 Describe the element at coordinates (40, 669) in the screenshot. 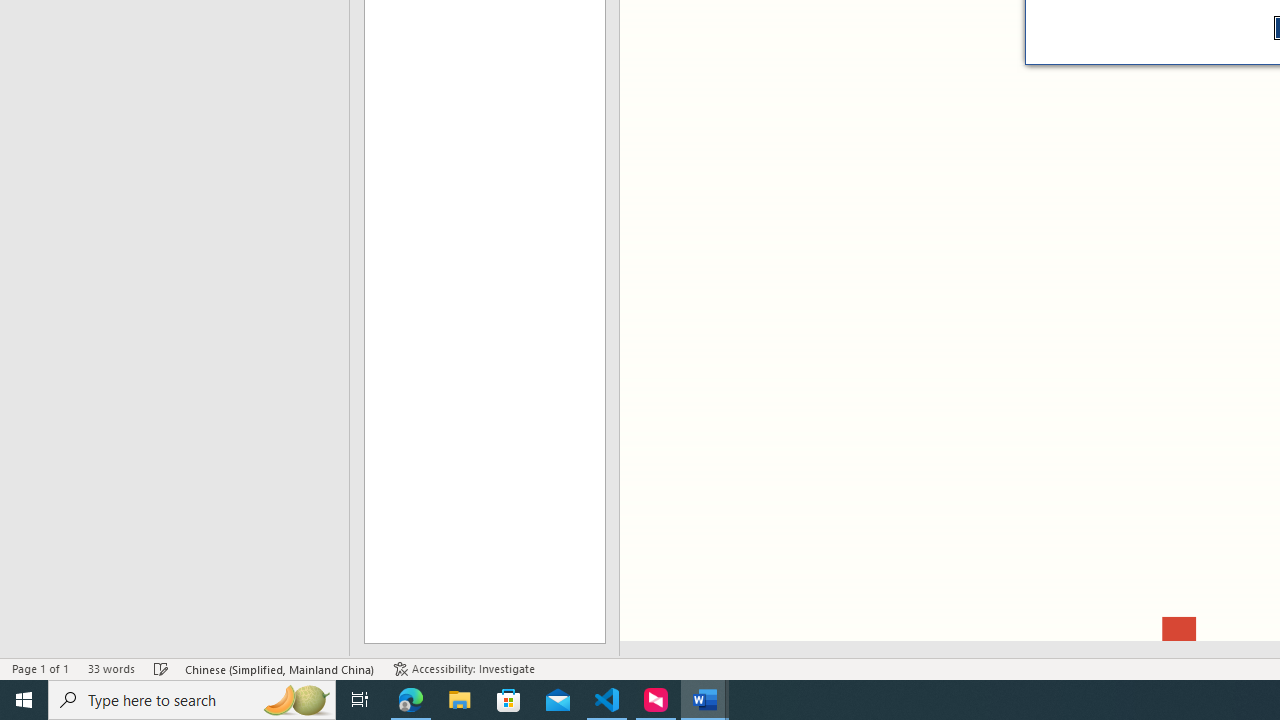

I see `'Page Number Page 1 of 1'` at that location.